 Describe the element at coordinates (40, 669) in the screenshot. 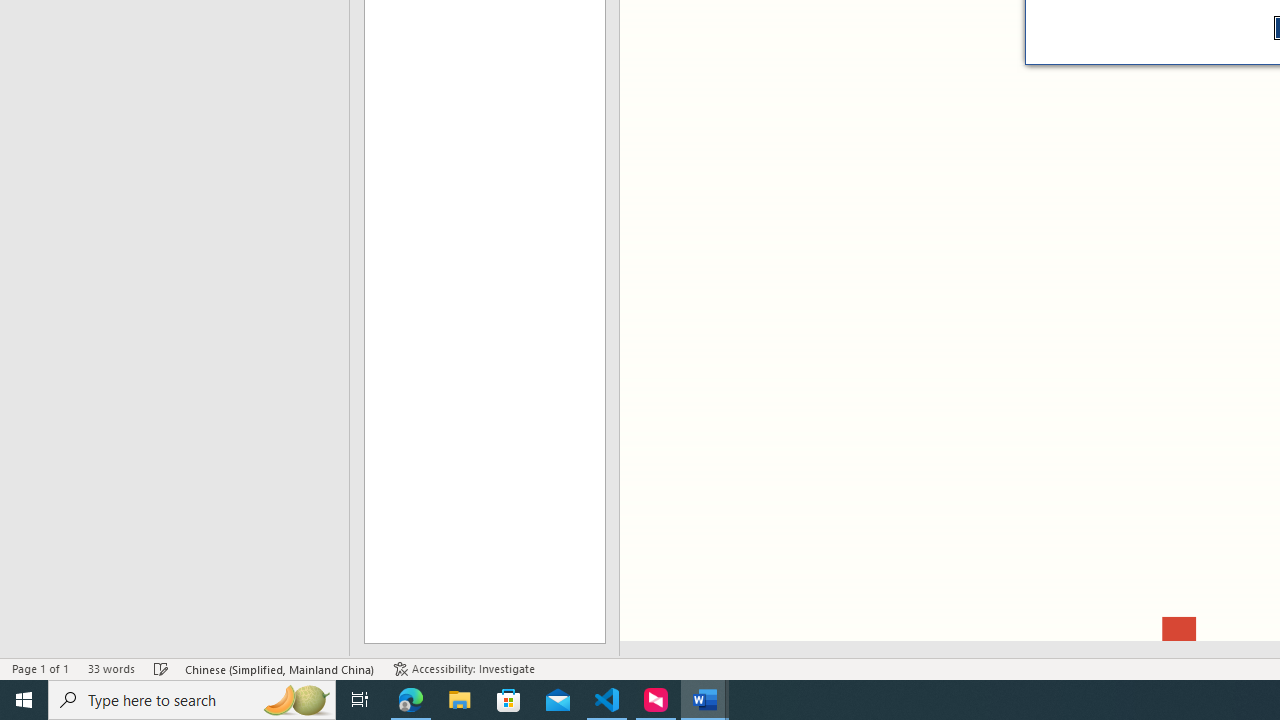

I see `'Page Number Page 1 of 1'` at that location.